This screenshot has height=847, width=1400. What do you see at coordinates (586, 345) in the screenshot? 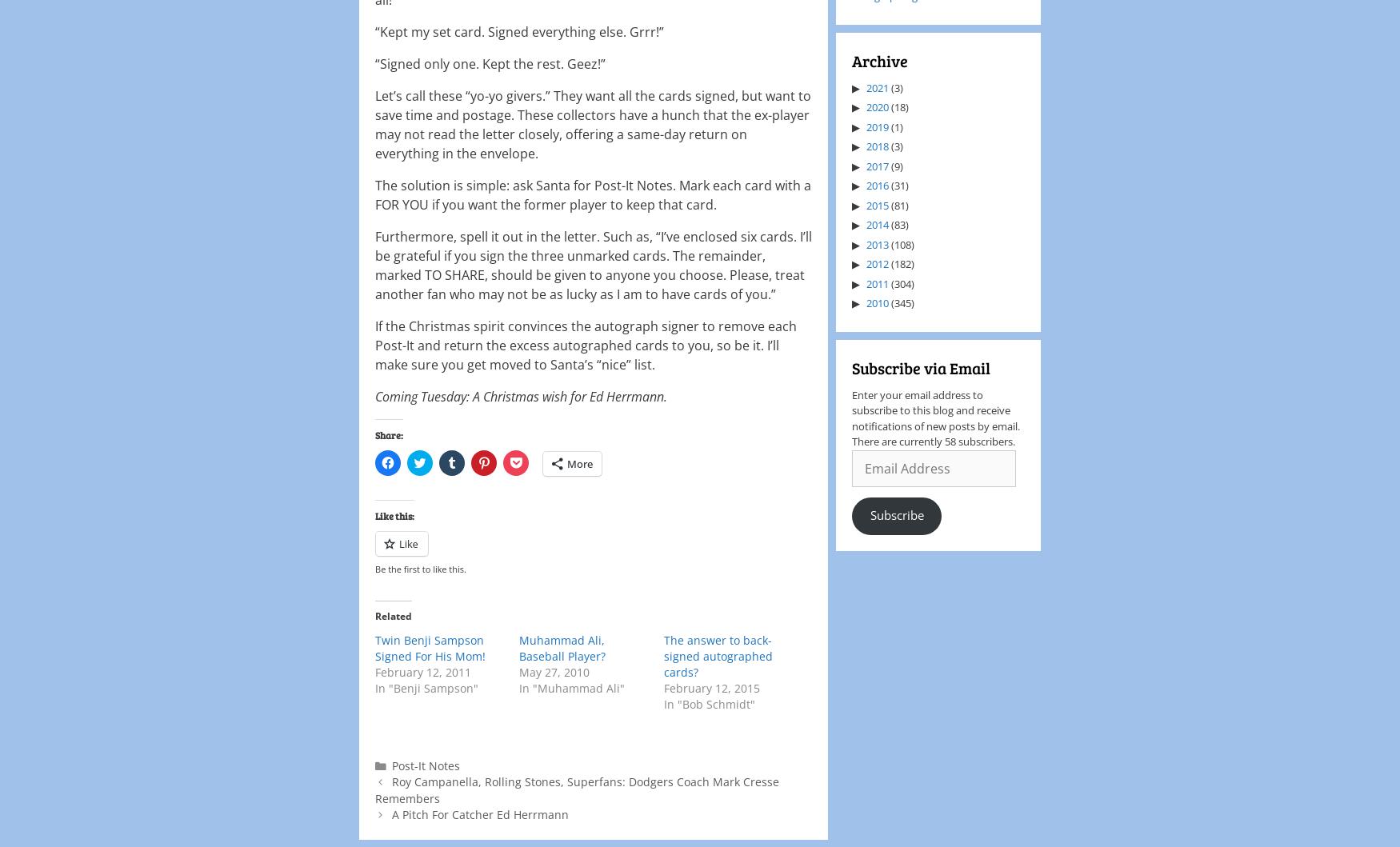
I see `'If the Christmas spirit convinces the autograph signer to remove each Post-It and return the excess autographed cards to you, so be it. I’ll make sure you get moved to Santa’s “nice” list.'` at bounding box center [586, 345].